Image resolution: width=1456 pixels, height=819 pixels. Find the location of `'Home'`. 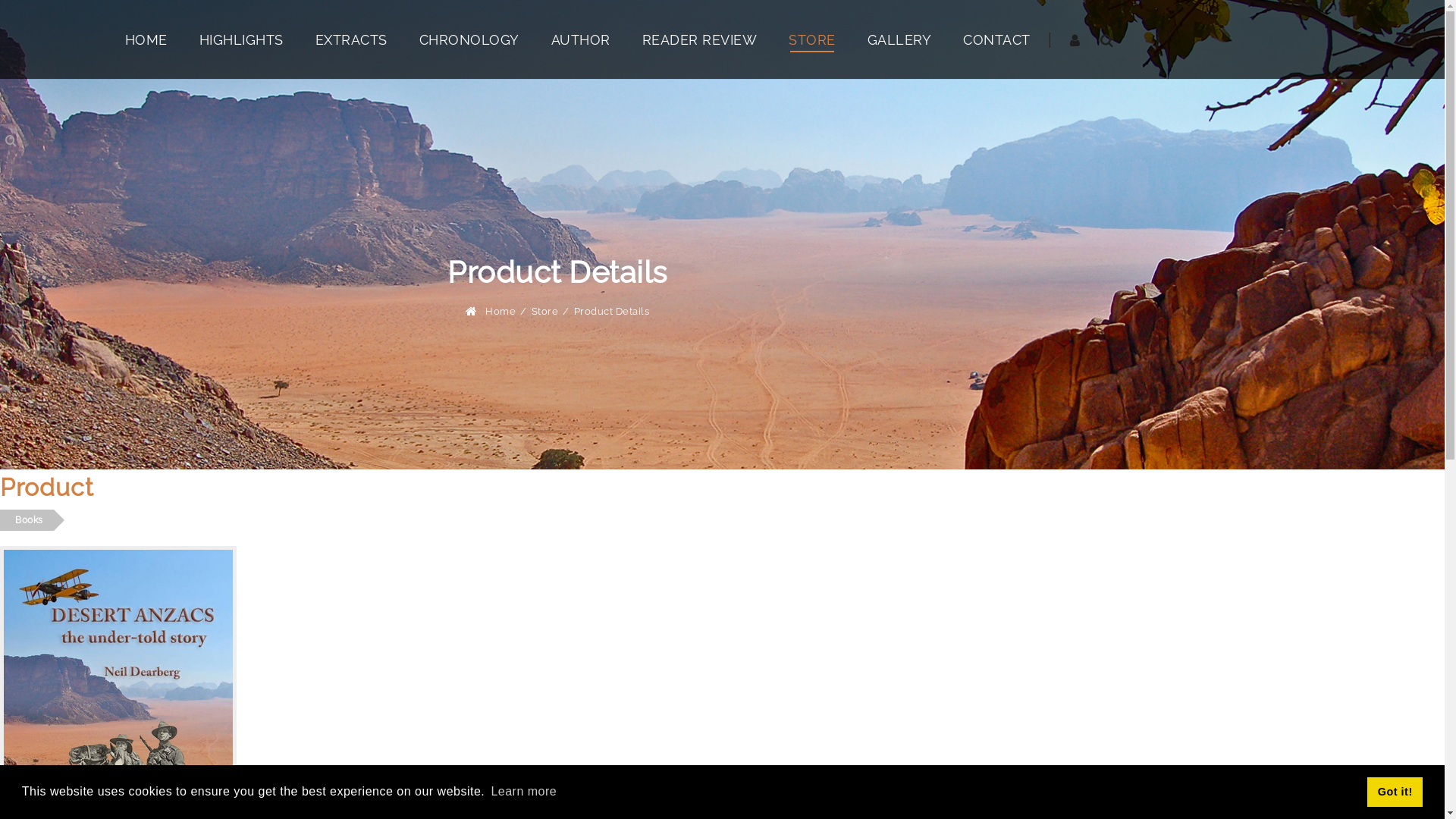

'Home' is located at coordinates (500, 310).